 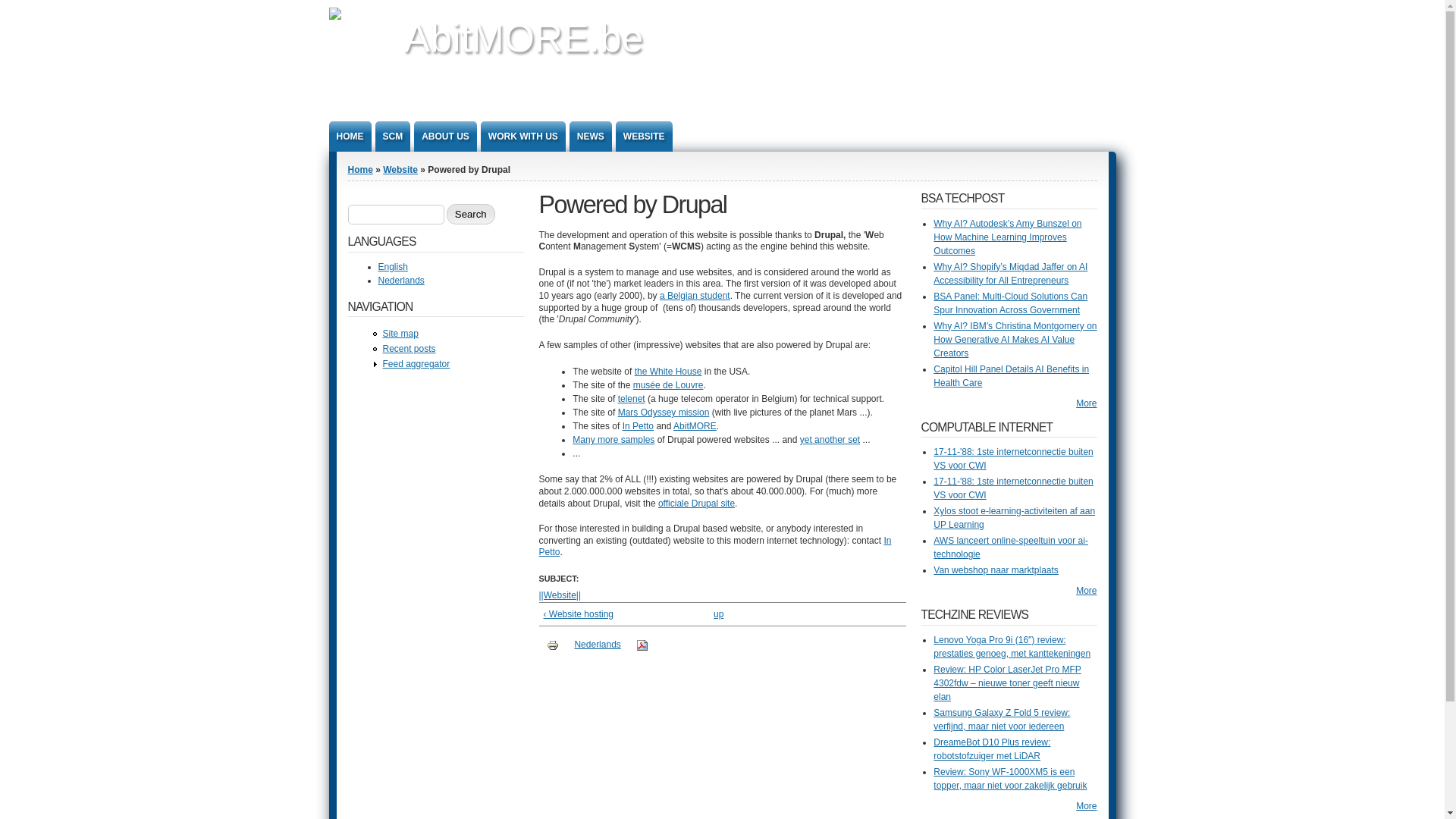 I want to click on 'the White House', so click(x=667, y=371).